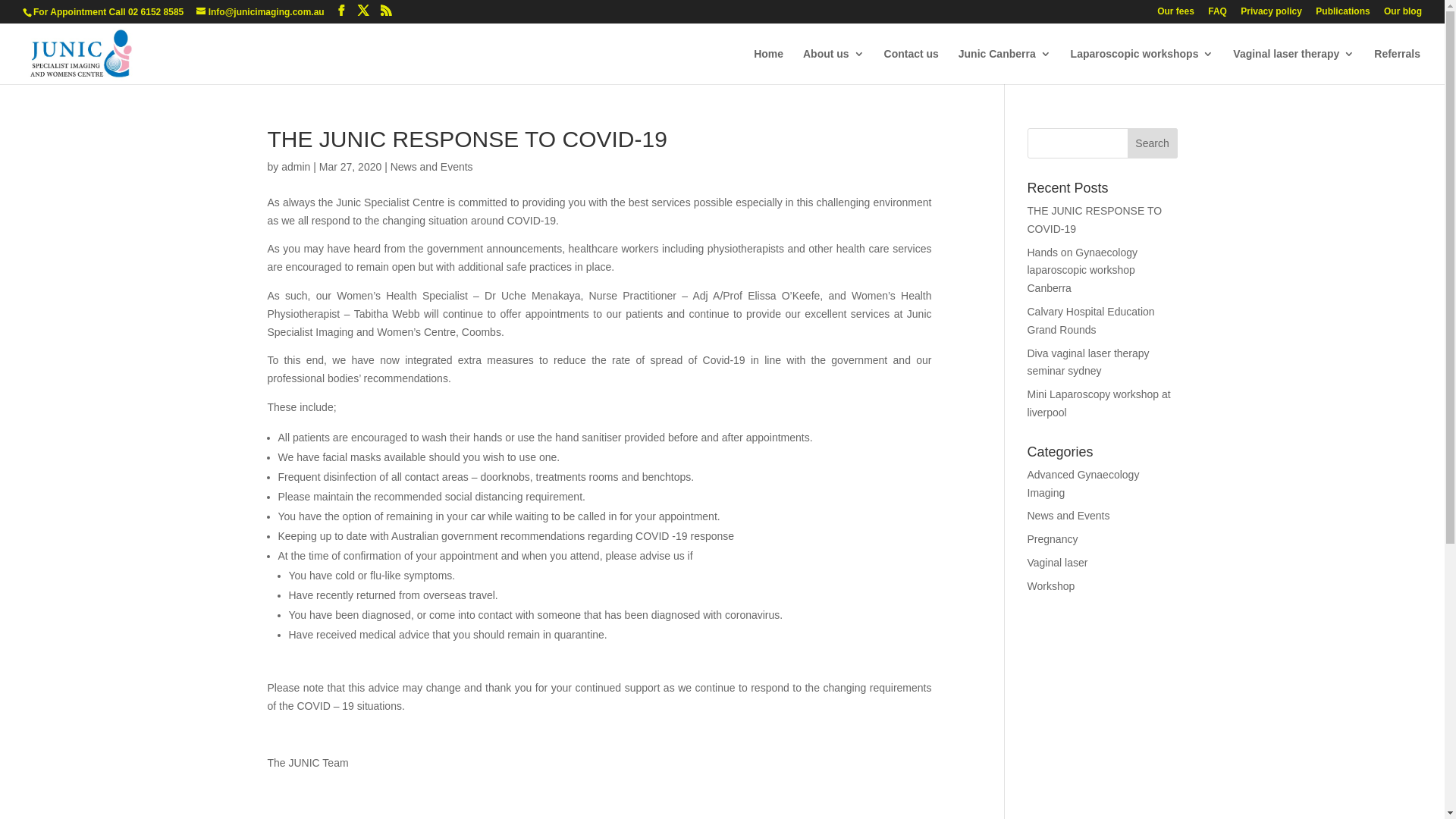  Describe the element at coordinates (1026, 403) in the screenshot. I see `'Mini Laparoscopy workshop at liverpool'` at that location.